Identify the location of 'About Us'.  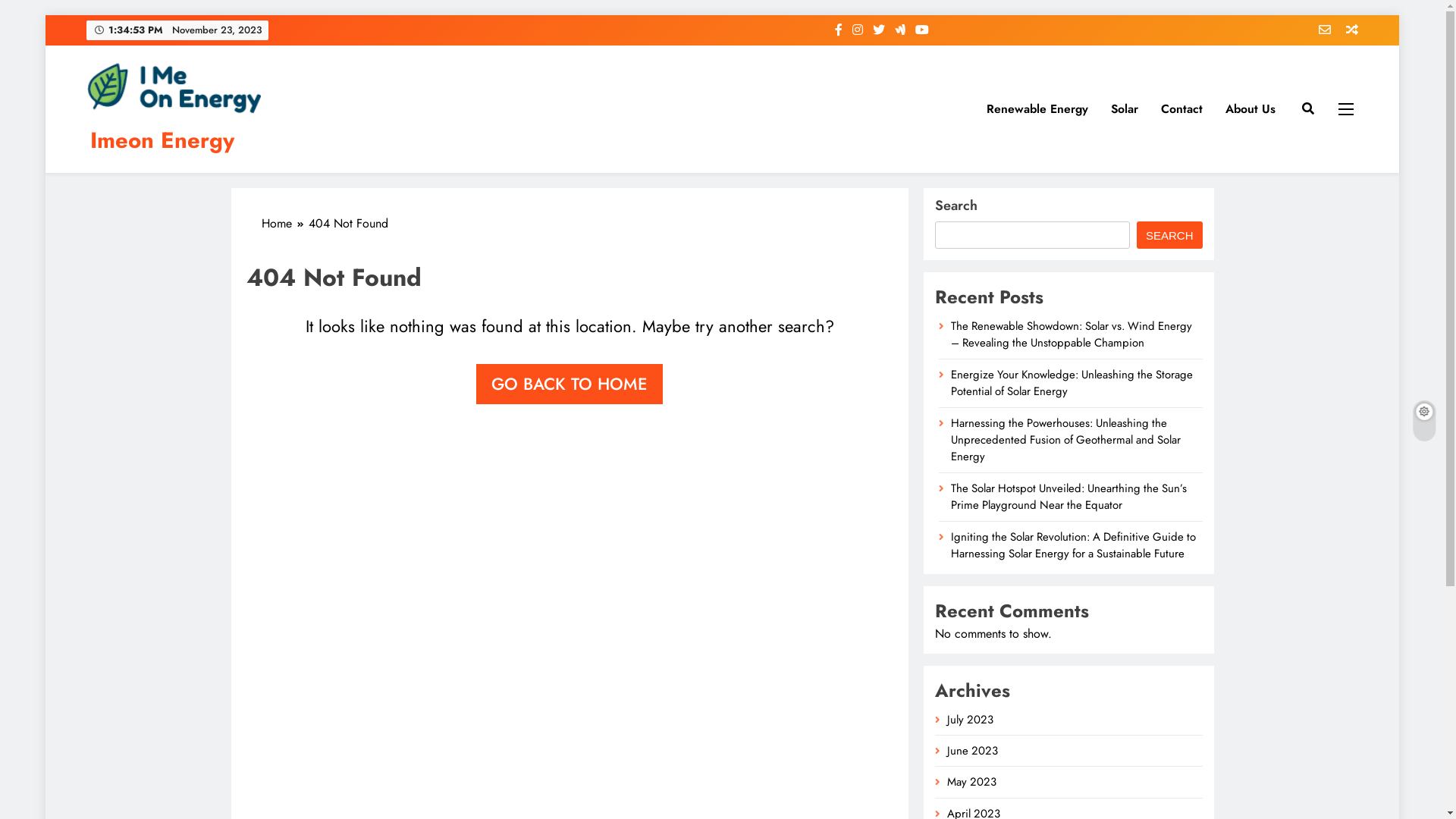
(1250, 108).